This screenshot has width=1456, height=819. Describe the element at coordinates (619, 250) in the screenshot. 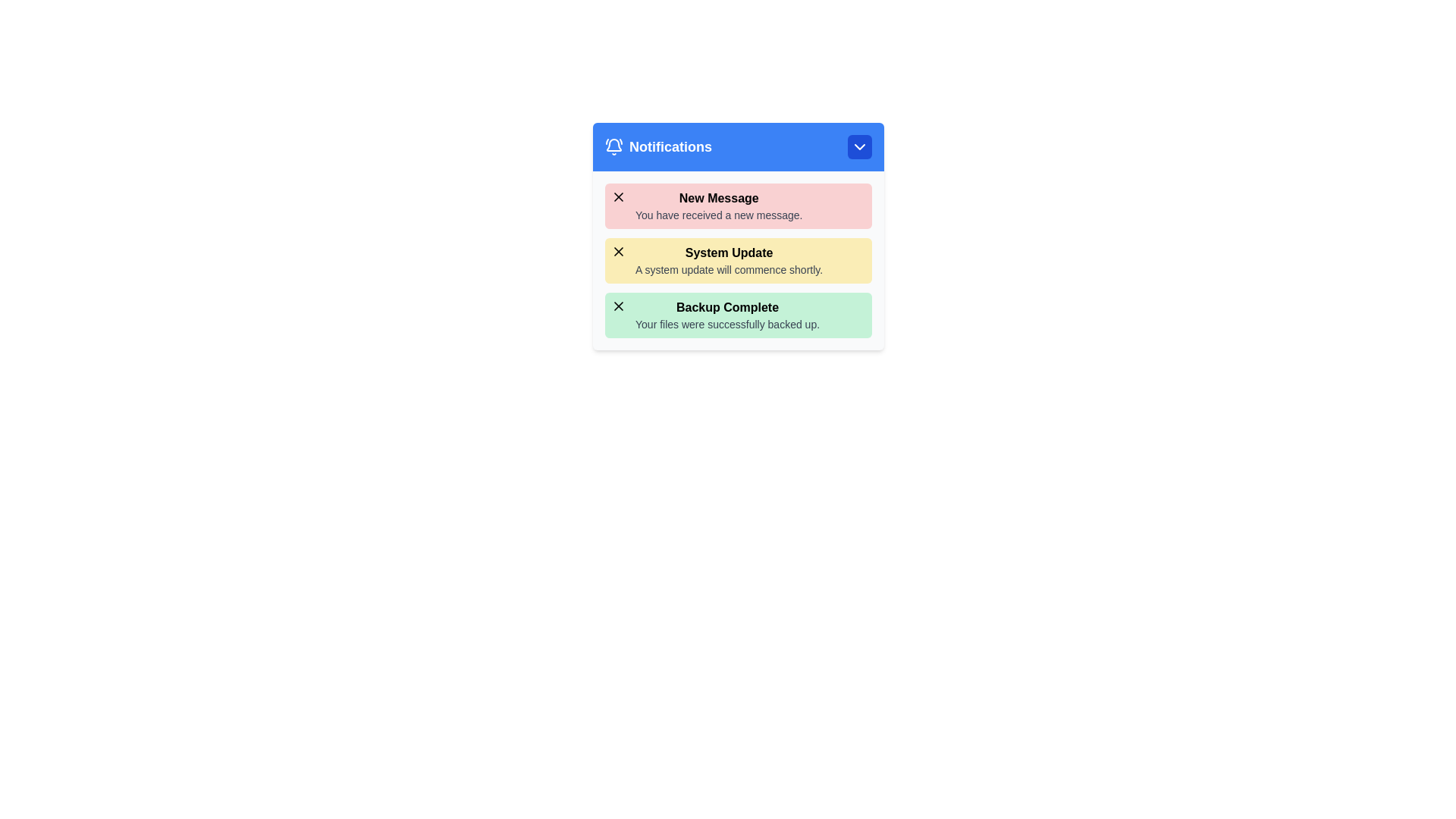

I see `the small 'X' close icon located within the 'System Update' notification panel` at that location.